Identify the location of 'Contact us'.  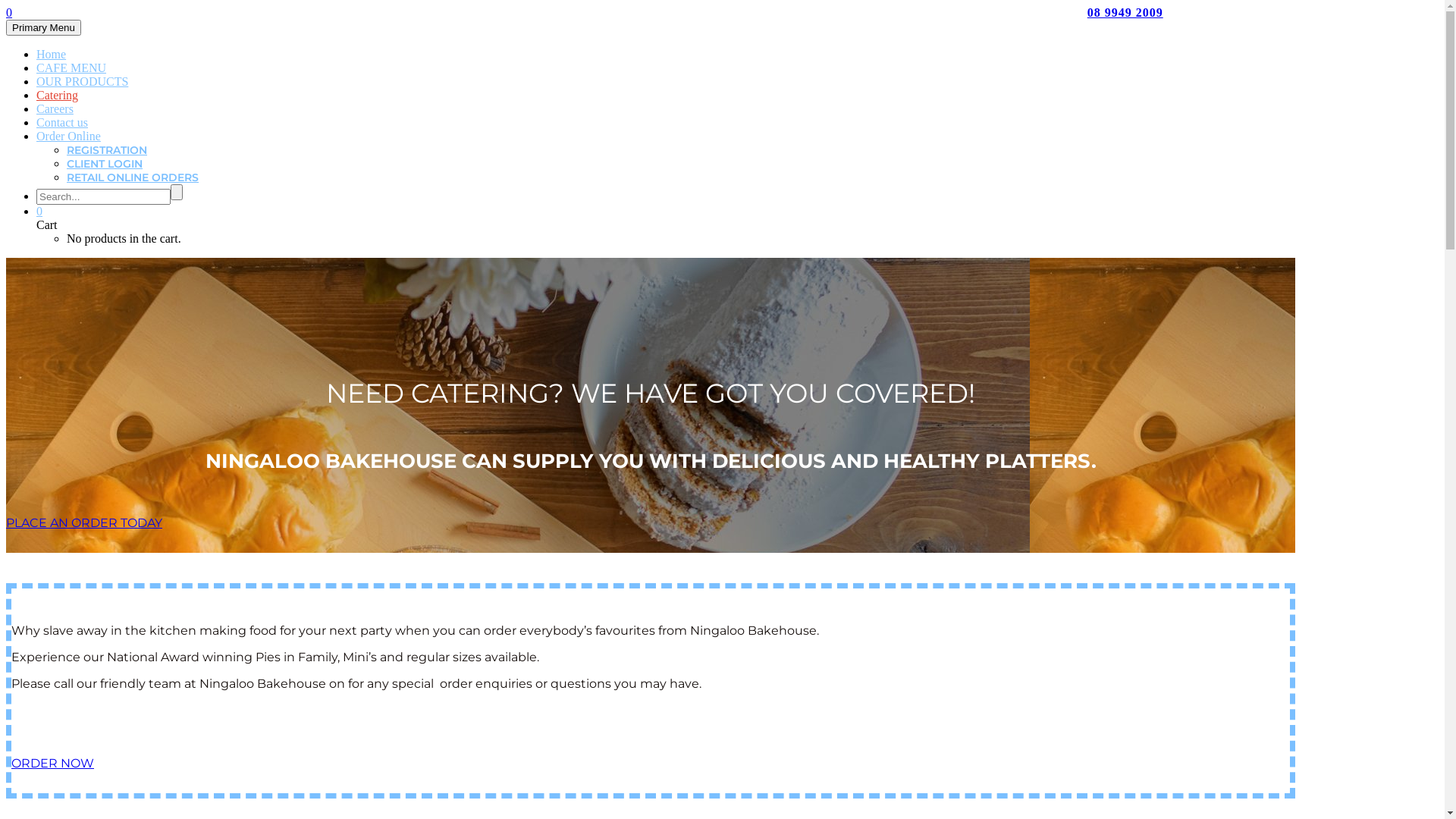
(61, 121).